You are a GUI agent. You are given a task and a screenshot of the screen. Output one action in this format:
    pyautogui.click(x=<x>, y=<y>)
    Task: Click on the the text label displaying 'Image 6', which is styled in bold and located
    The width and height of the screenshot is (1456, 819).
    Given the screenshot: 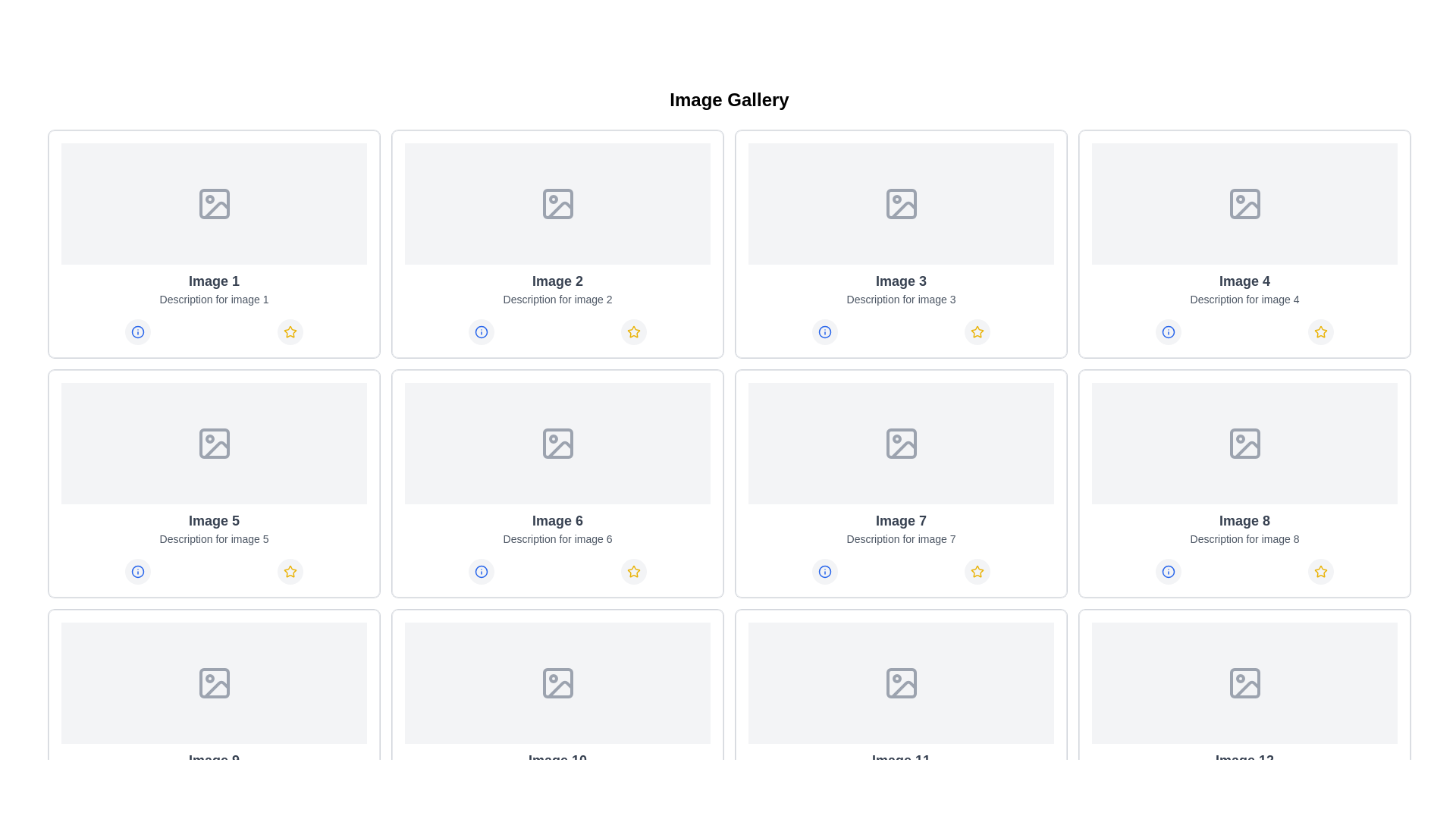 What is the action you would take?
    pyautogui.click(x=557, y=519)
    